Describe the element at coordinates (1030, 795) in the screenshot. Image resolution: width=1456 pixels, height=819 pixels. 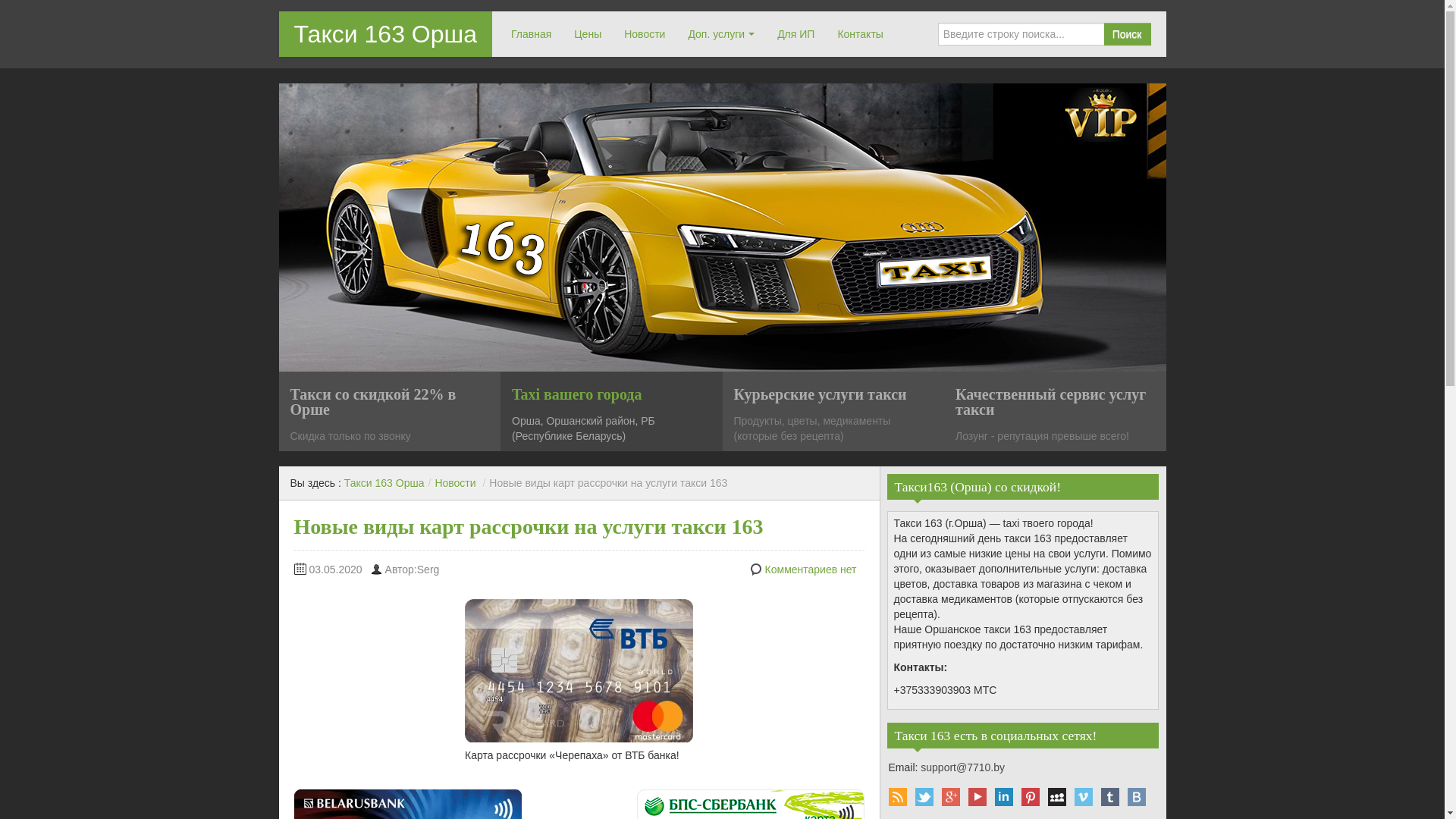
I see `'Pinterest'` at that location.